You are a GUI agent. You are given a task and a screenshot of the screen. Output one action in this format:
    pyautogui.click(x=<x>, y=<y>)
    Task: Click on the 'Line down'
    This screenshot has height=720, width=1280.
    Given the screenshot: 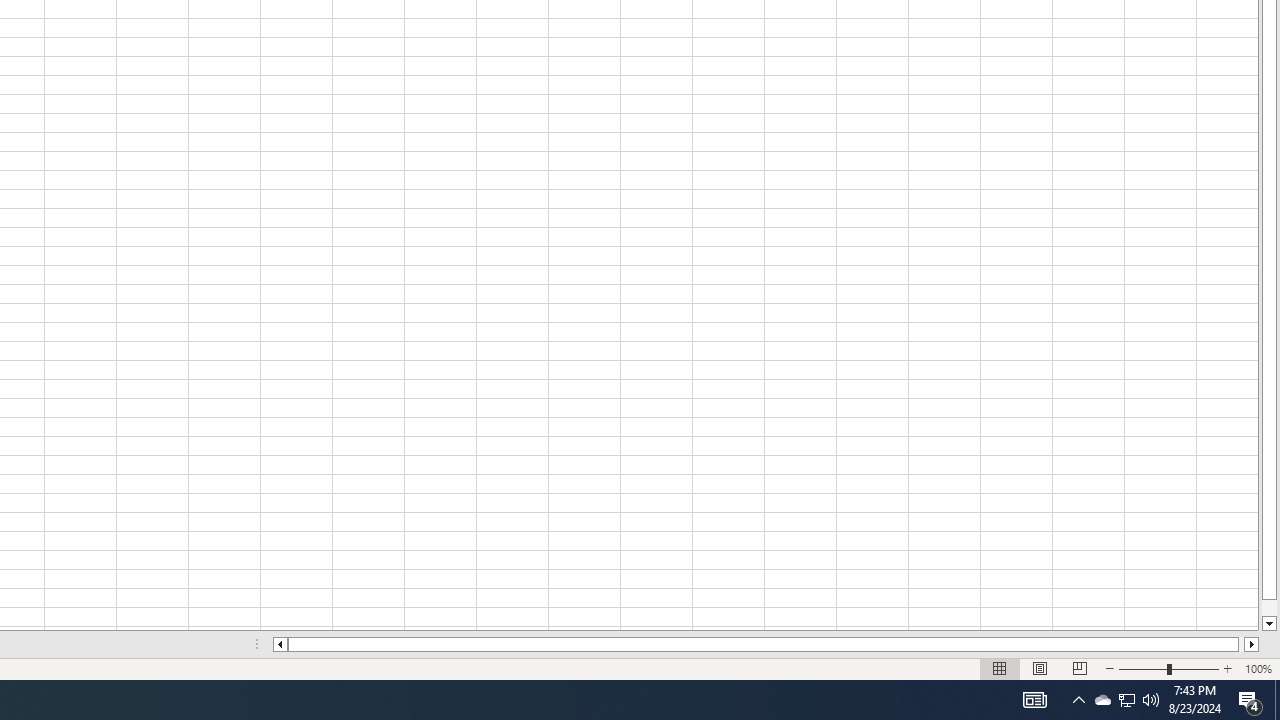 What is the action you would take?
    pyautogui.click(x=1268, y=623)
    